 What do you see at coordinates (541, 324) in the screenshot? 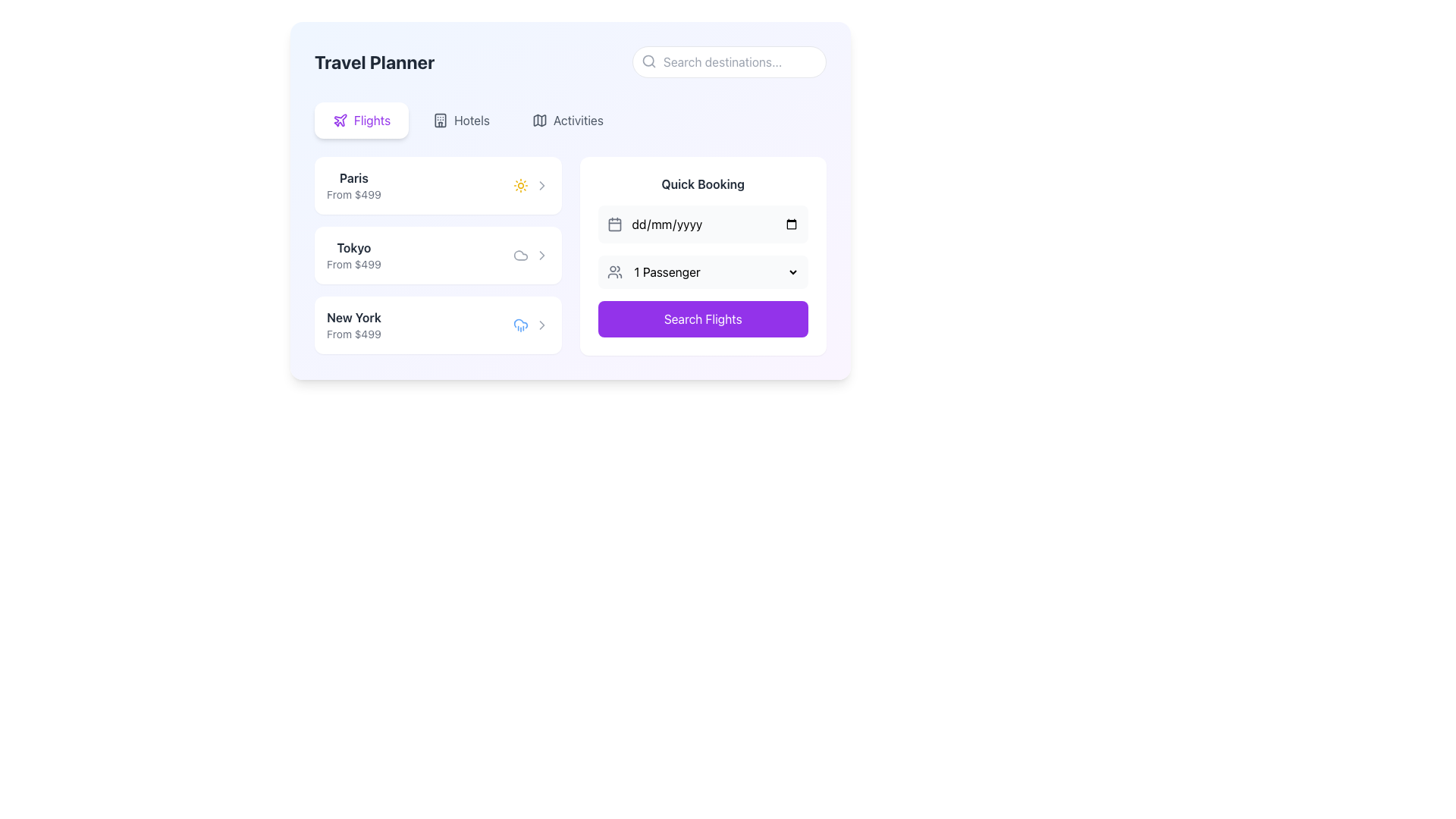
I see `the small gray chevron icon located to the right of the 'New York' text in the list of selectable travel destinations` at bounding box center [541, 324].